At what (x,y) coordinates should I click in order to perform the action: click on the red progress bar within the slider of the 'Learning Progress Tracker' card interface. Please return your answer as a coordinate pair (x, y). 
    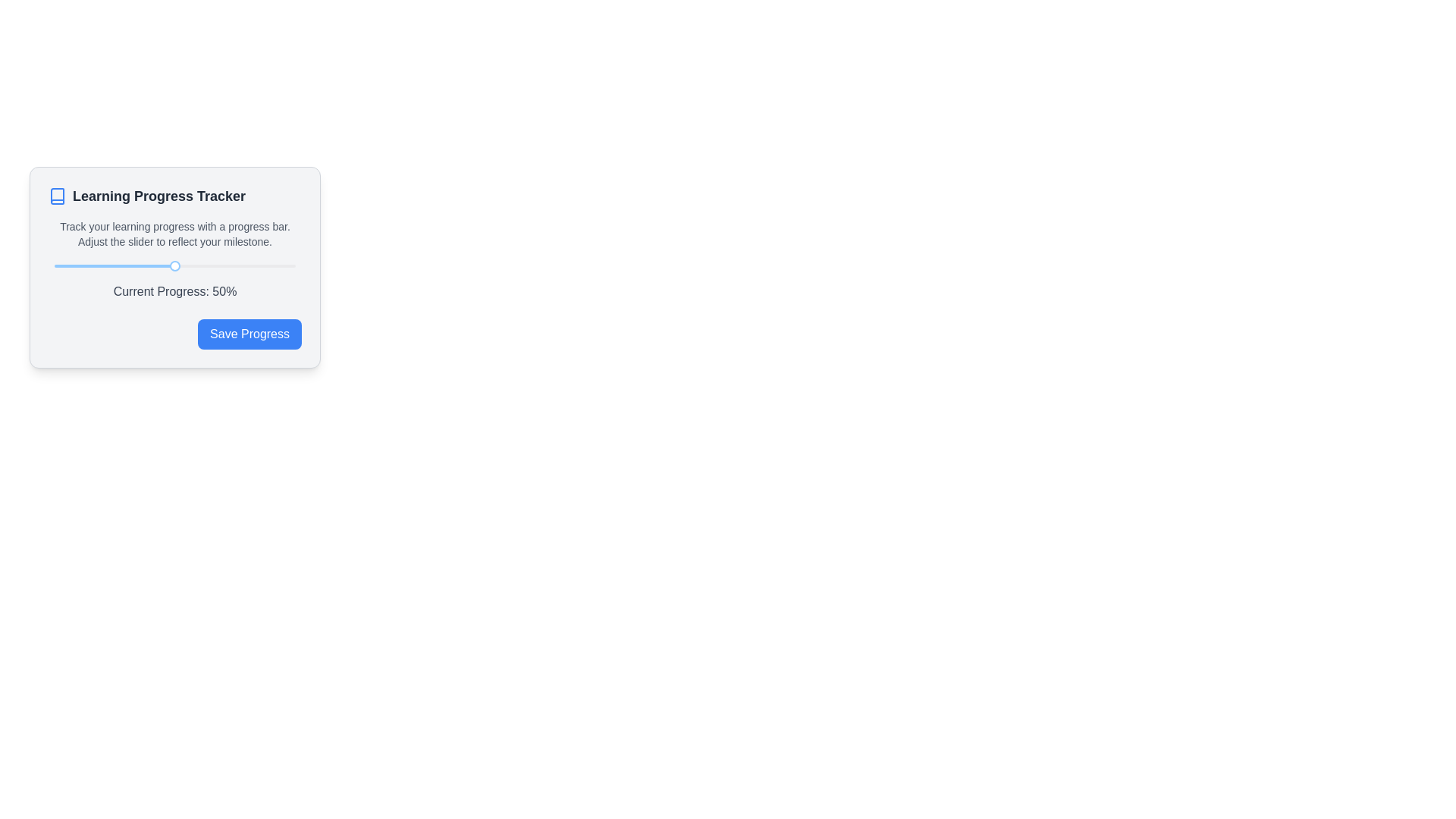
    Looking at the image, I should click on (114, 265).